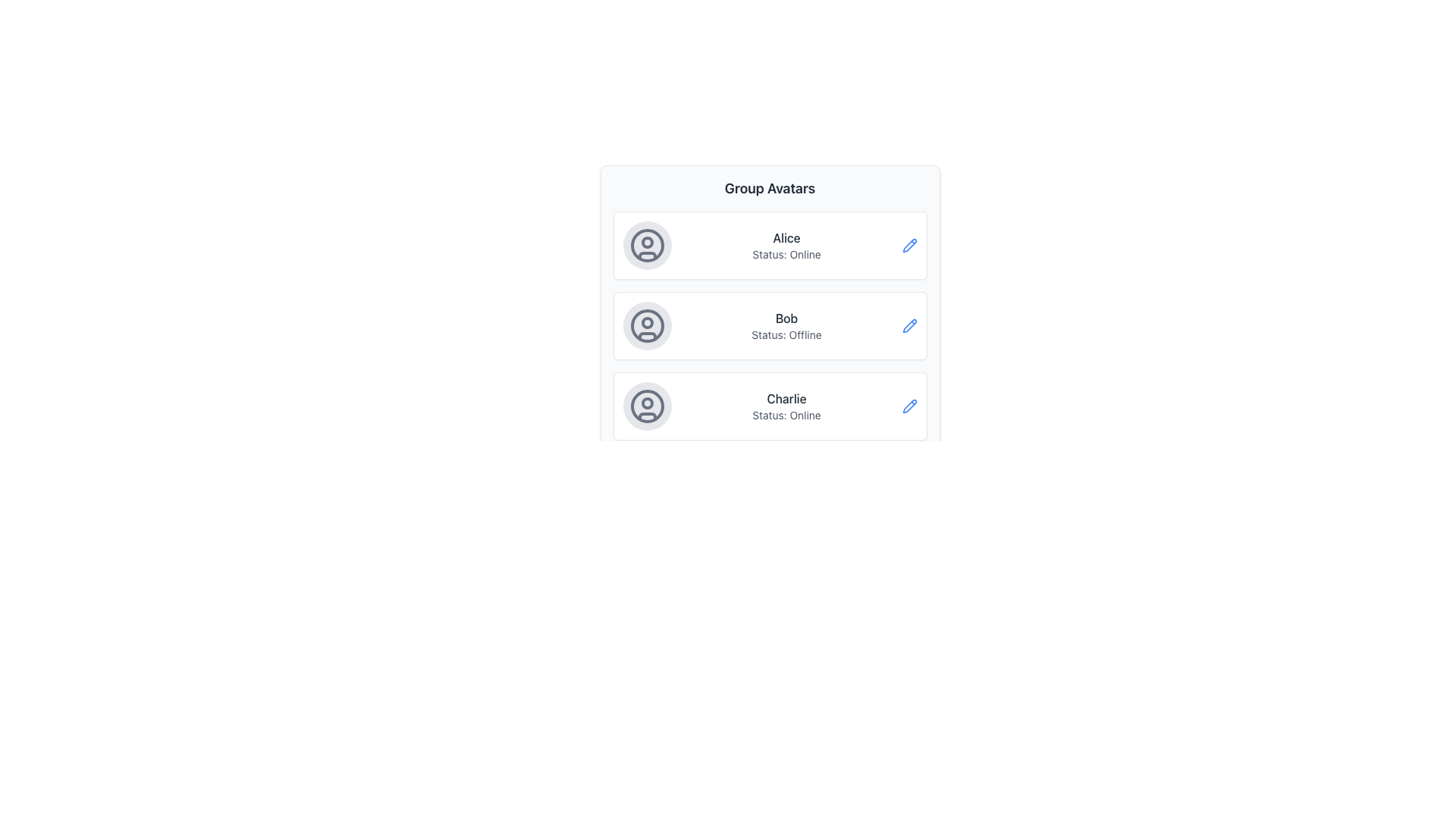 The image size is (1456, 819). Describe the element at coordinates (786, 325) in the screenshot. I see `the label displaying 'Bob' which indicates his status as 'Offline', positioned as the second item in a vertical list of similar elements` at that location.